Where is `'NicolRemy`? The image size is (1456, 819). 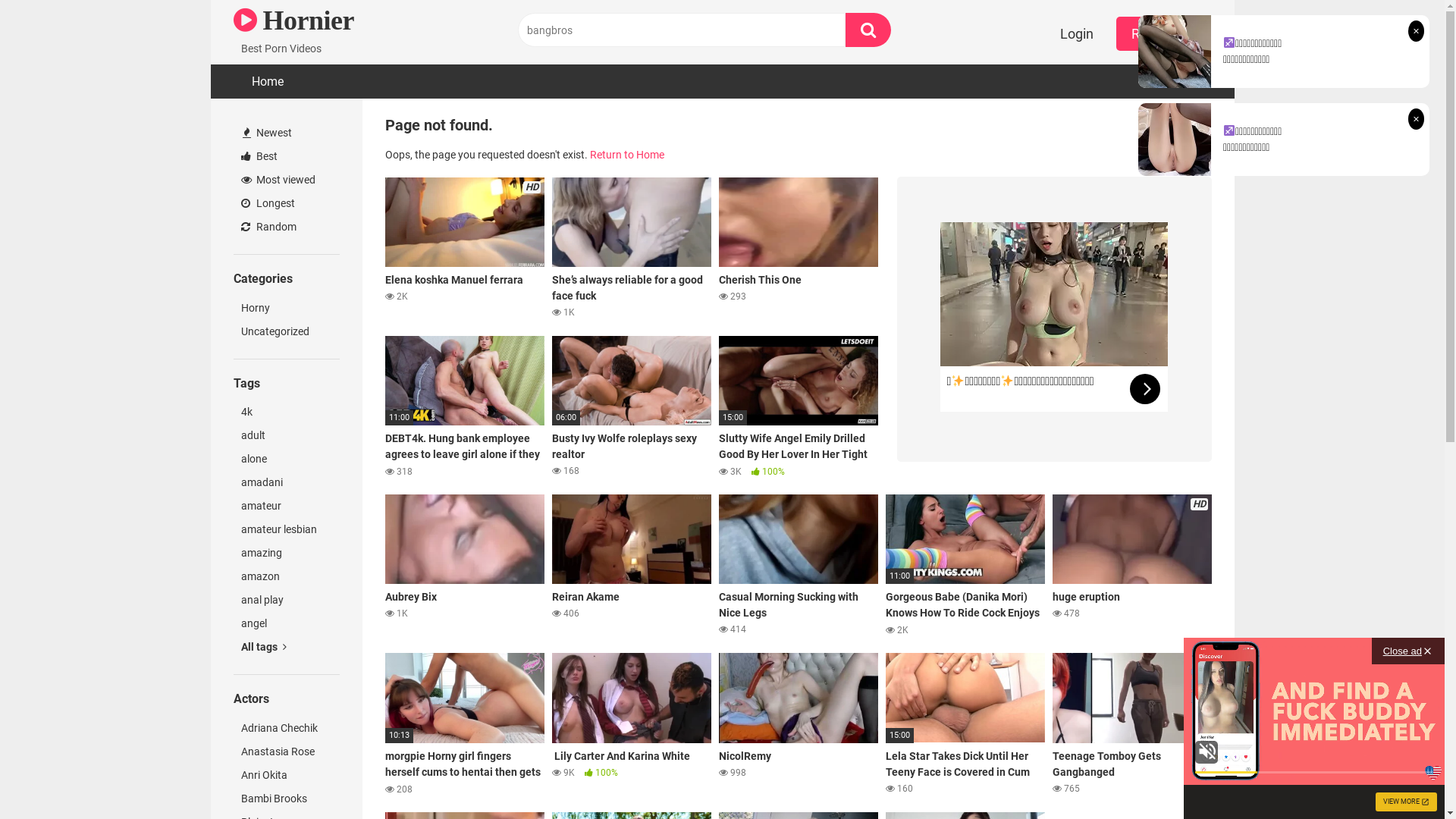 'NicolRemy is located at coordinates (718, 723).